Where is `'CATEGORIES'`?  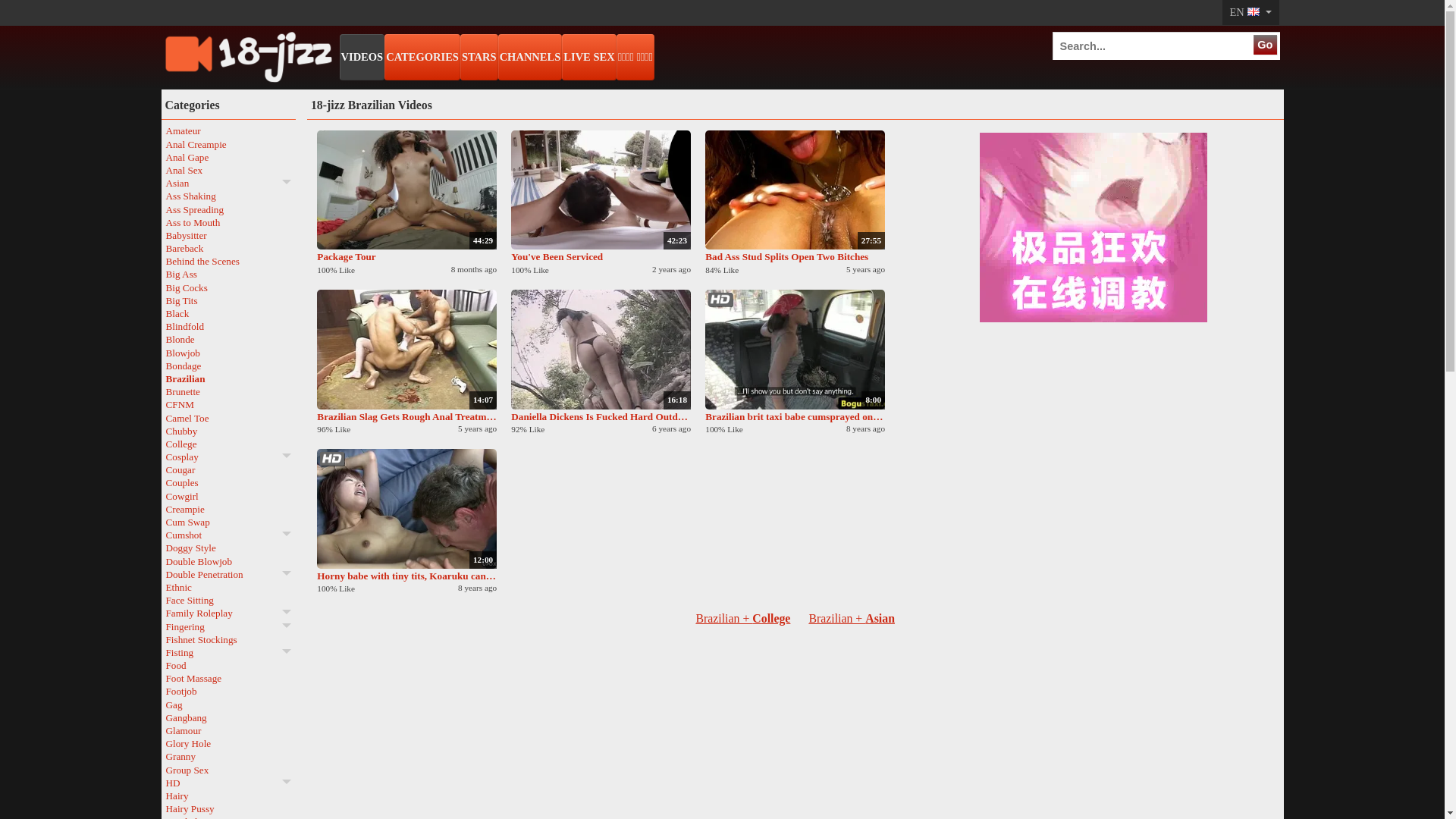
'CATEGORIES' is located at coordinates (422, 56).